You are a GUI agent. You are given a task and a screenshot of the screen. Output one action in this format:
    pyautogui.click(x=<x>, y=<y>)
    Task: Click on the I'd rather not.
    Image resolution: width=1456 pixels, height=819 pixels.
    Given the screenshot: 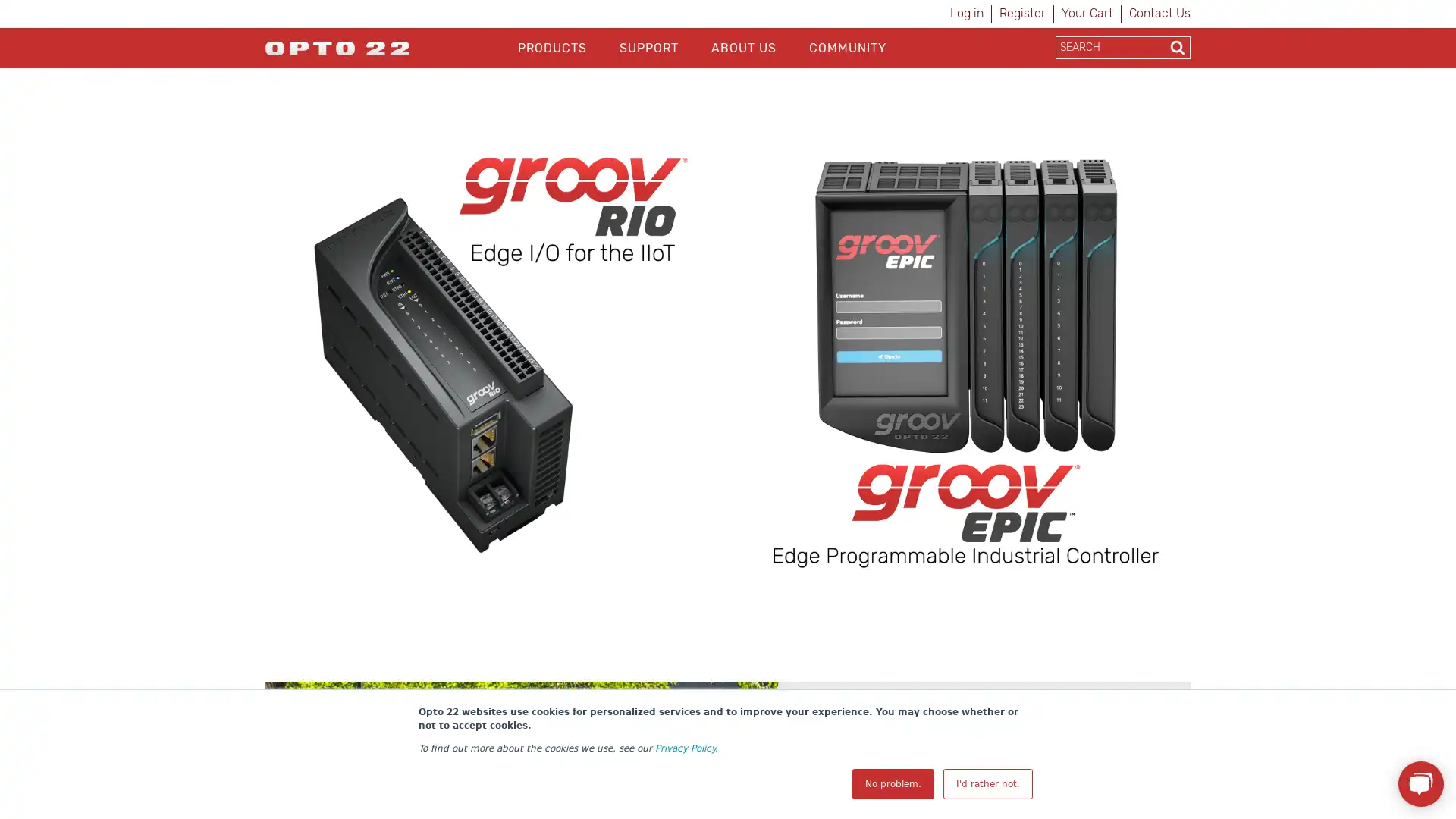 What is the action you would take?
    pyautogui.click(x=987, y=783)
    